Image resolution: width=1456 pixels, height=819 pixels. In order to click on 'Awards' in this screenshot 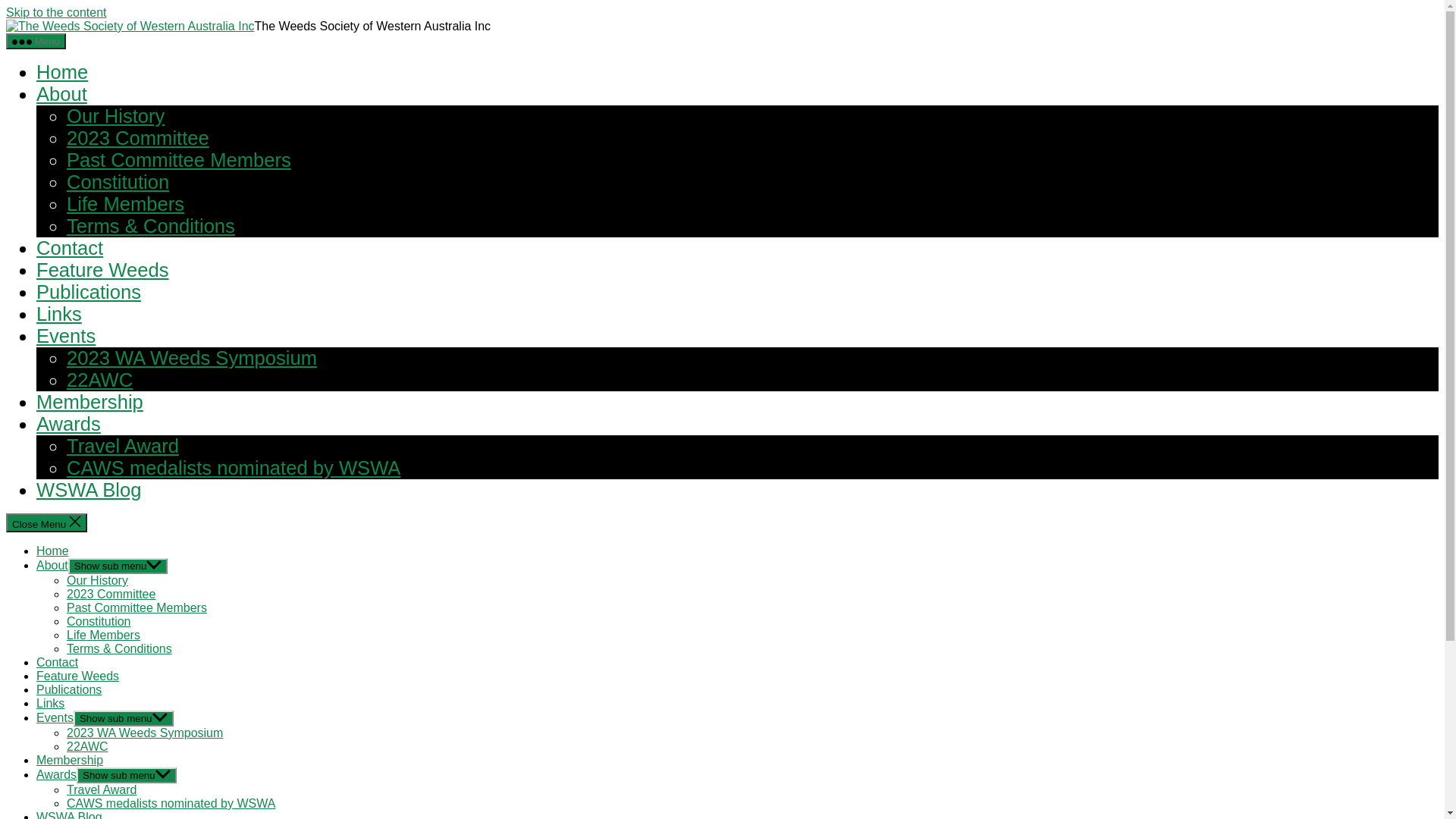, I will do `click(36, 424)`.